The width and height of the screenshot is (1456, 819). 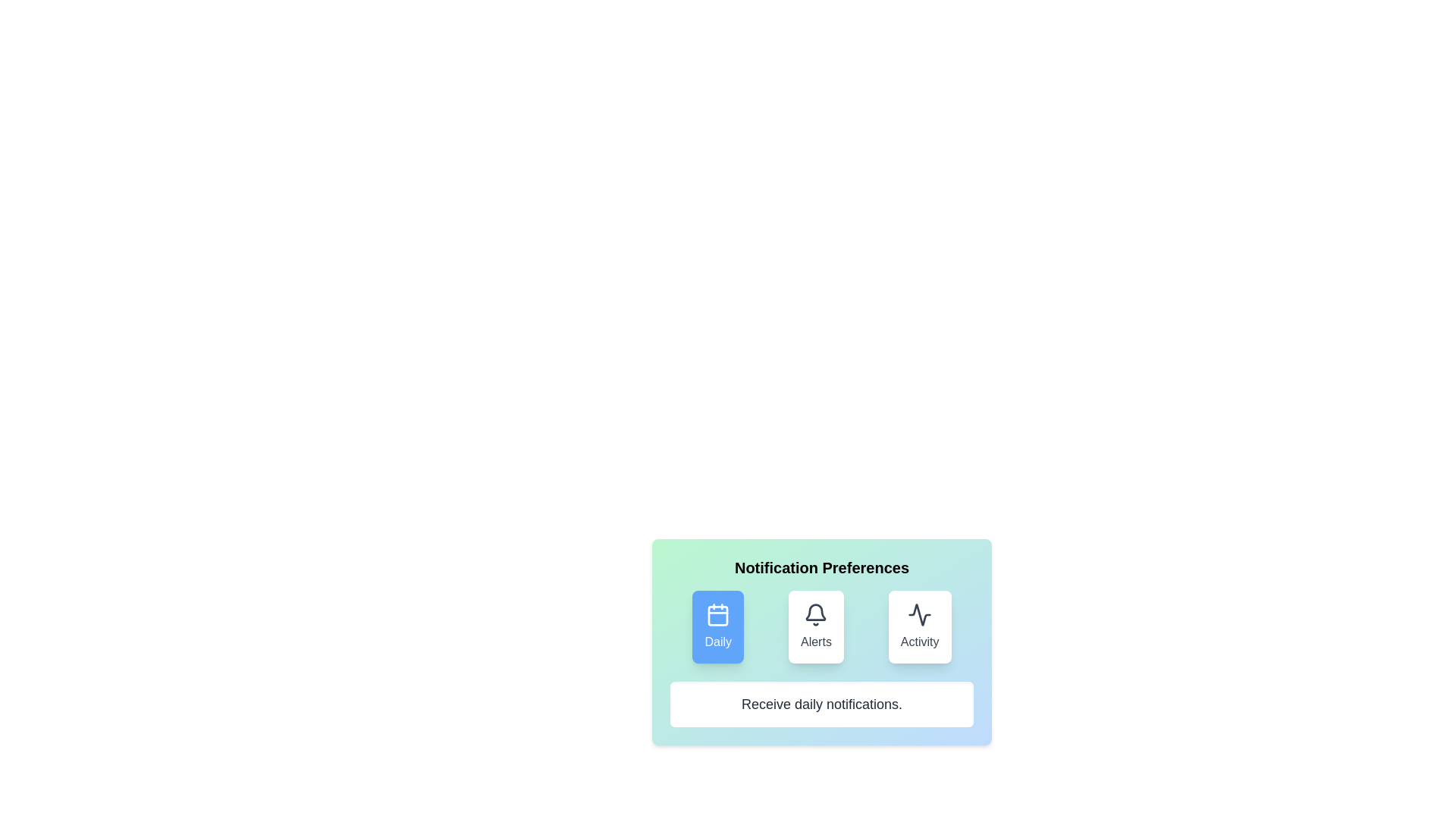 What do you see at coordinates (919, 626) in the screenshot?
I see `the button labeled 'Activity' to see its hover effect` at bounding box center [919, 626].